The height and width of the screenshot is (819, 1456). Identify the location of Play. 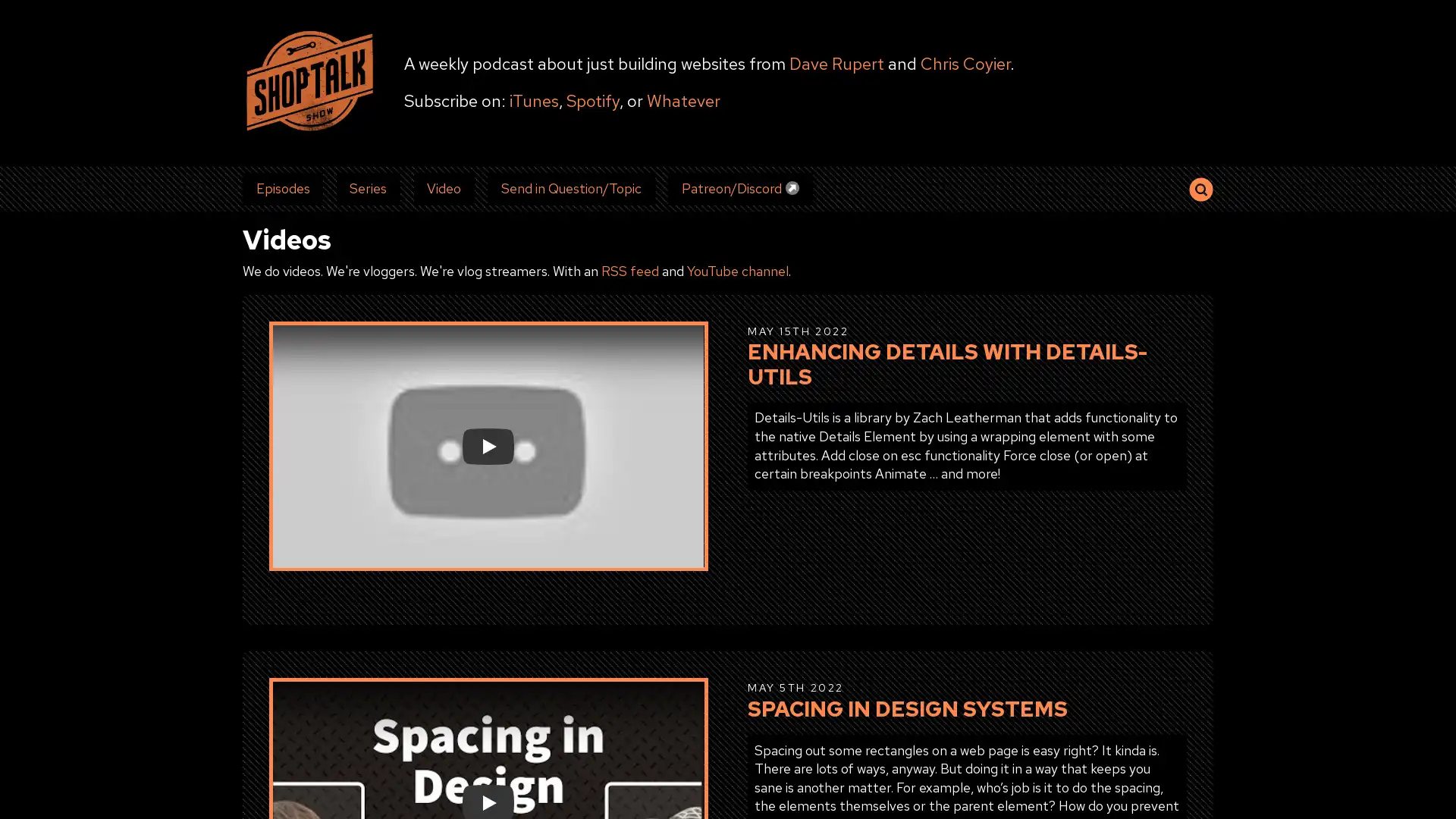
(488, 444).